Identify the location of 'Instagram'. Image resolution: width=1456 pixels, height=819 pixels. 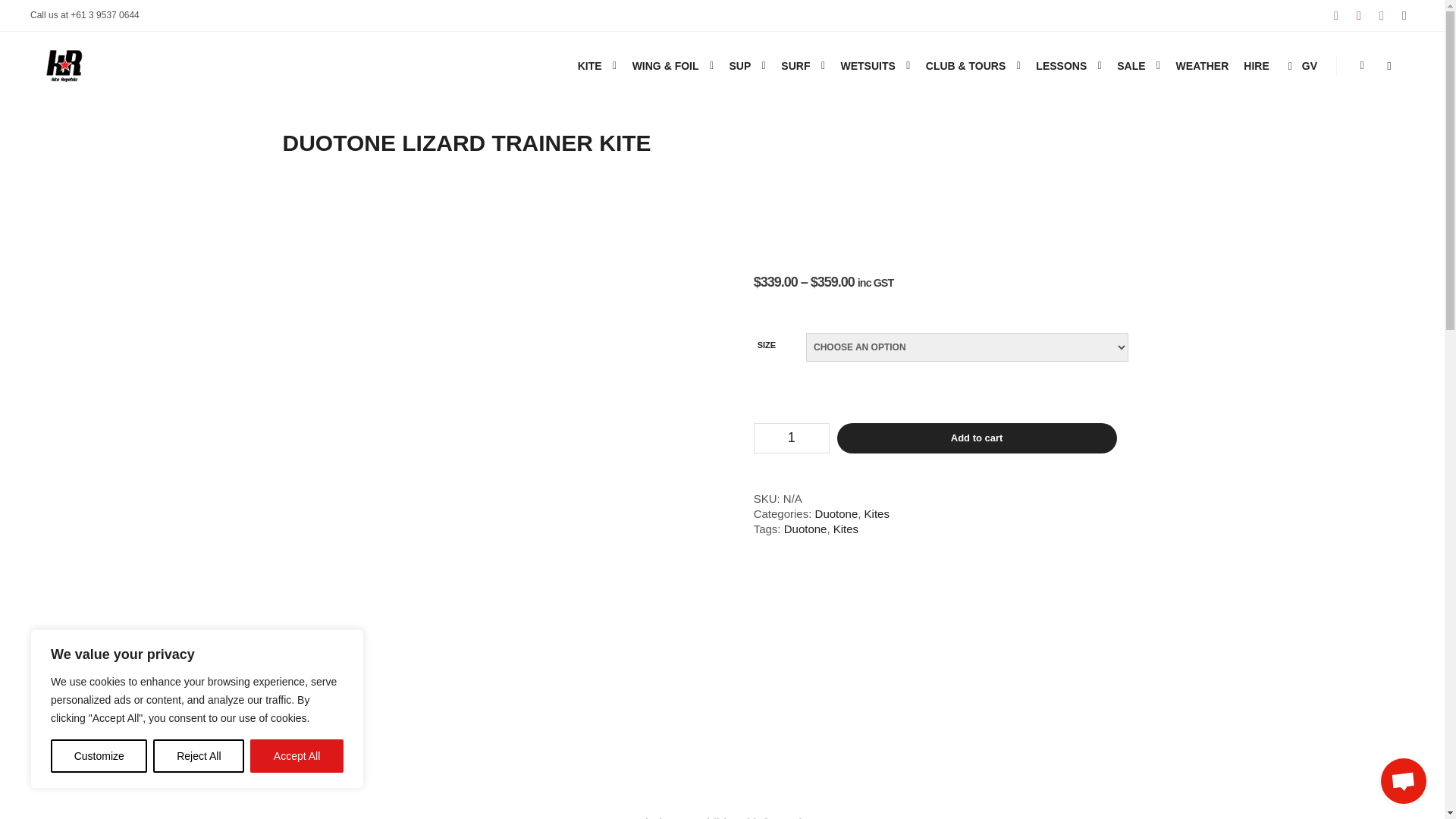
(1335, 15).